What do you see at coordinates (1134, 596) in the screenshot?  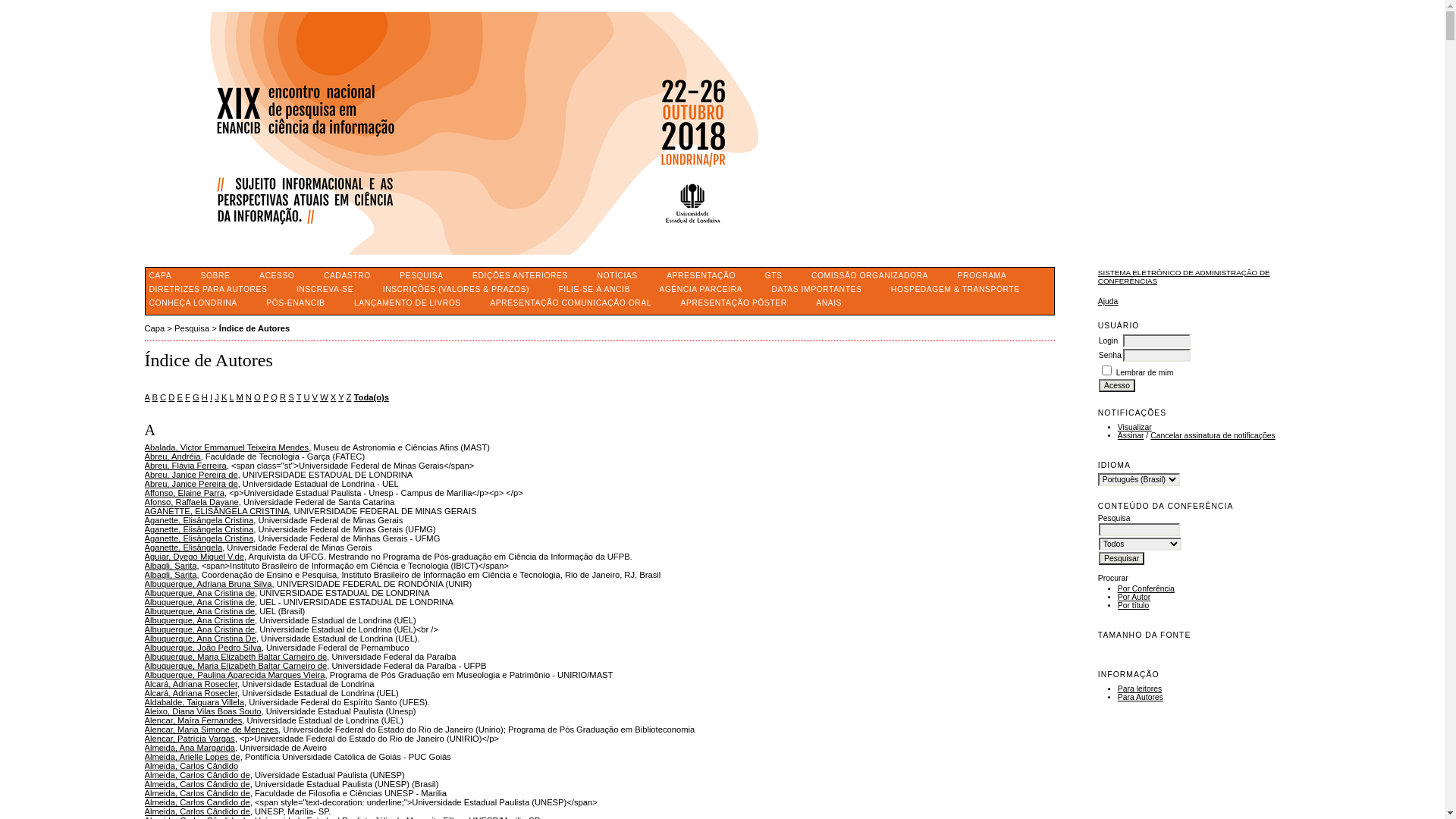 I see `'Por Autor'` at bounding box center [1134, 596].